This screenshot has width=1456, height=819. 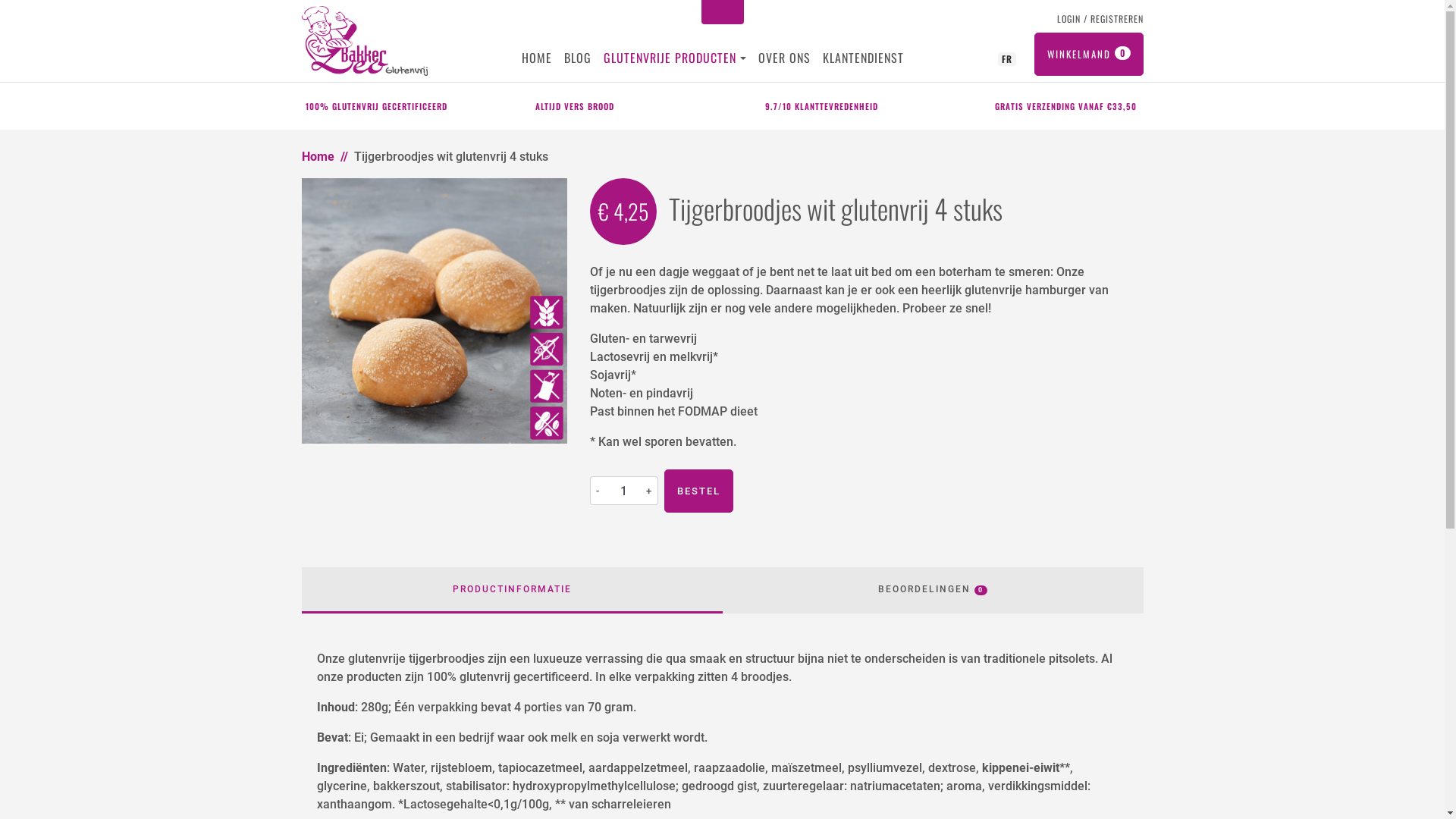 What do you see at coordinates (512, 589) in the screenshot?
I see `'PRODUCTINFORMATIE'` at bounding box center [512, 589].